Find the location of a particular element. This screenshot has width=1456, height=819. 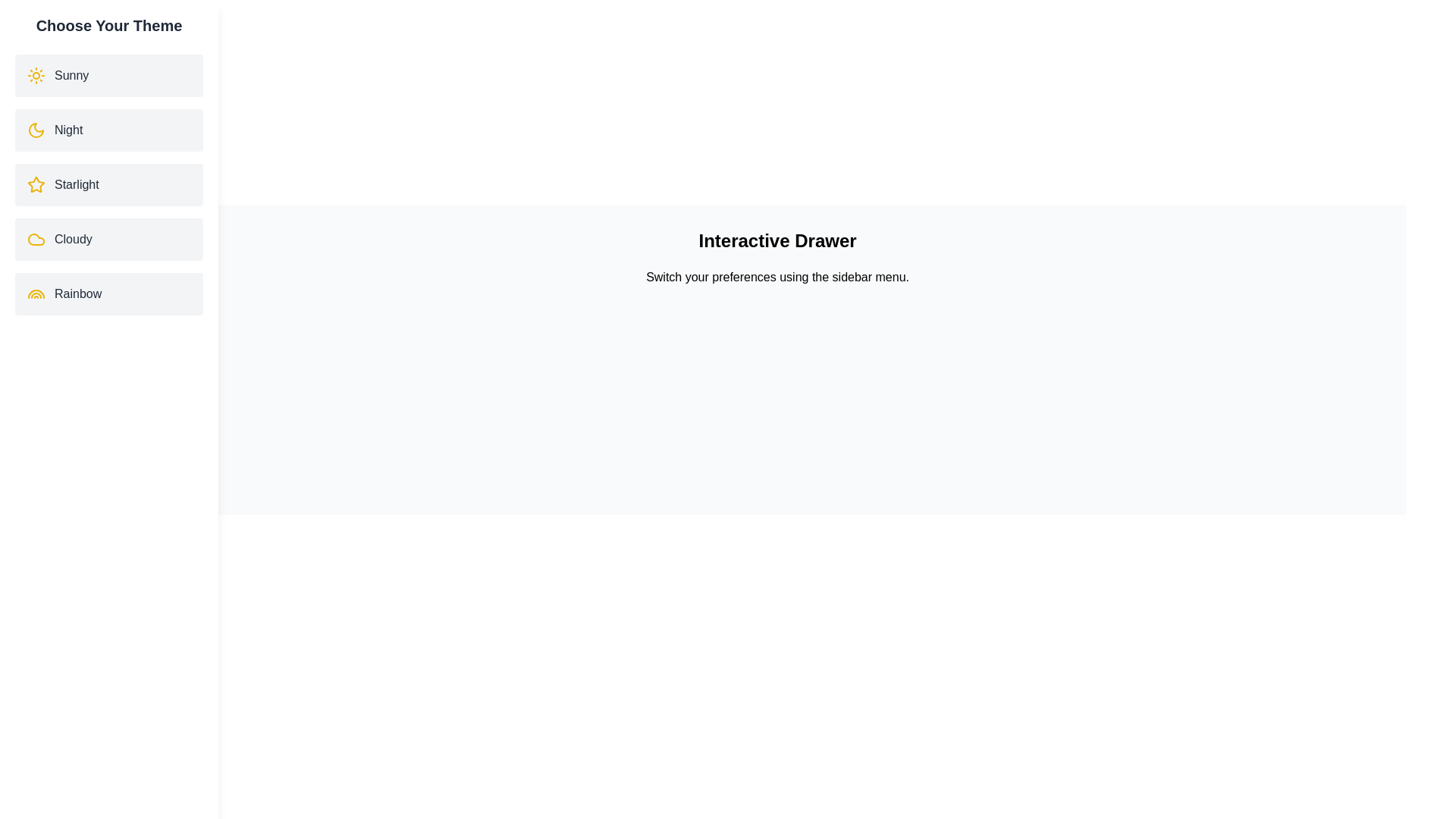

the 'Toggle Themes' button to toggle the visibility of the drawer is located at coordinates (85, 614).